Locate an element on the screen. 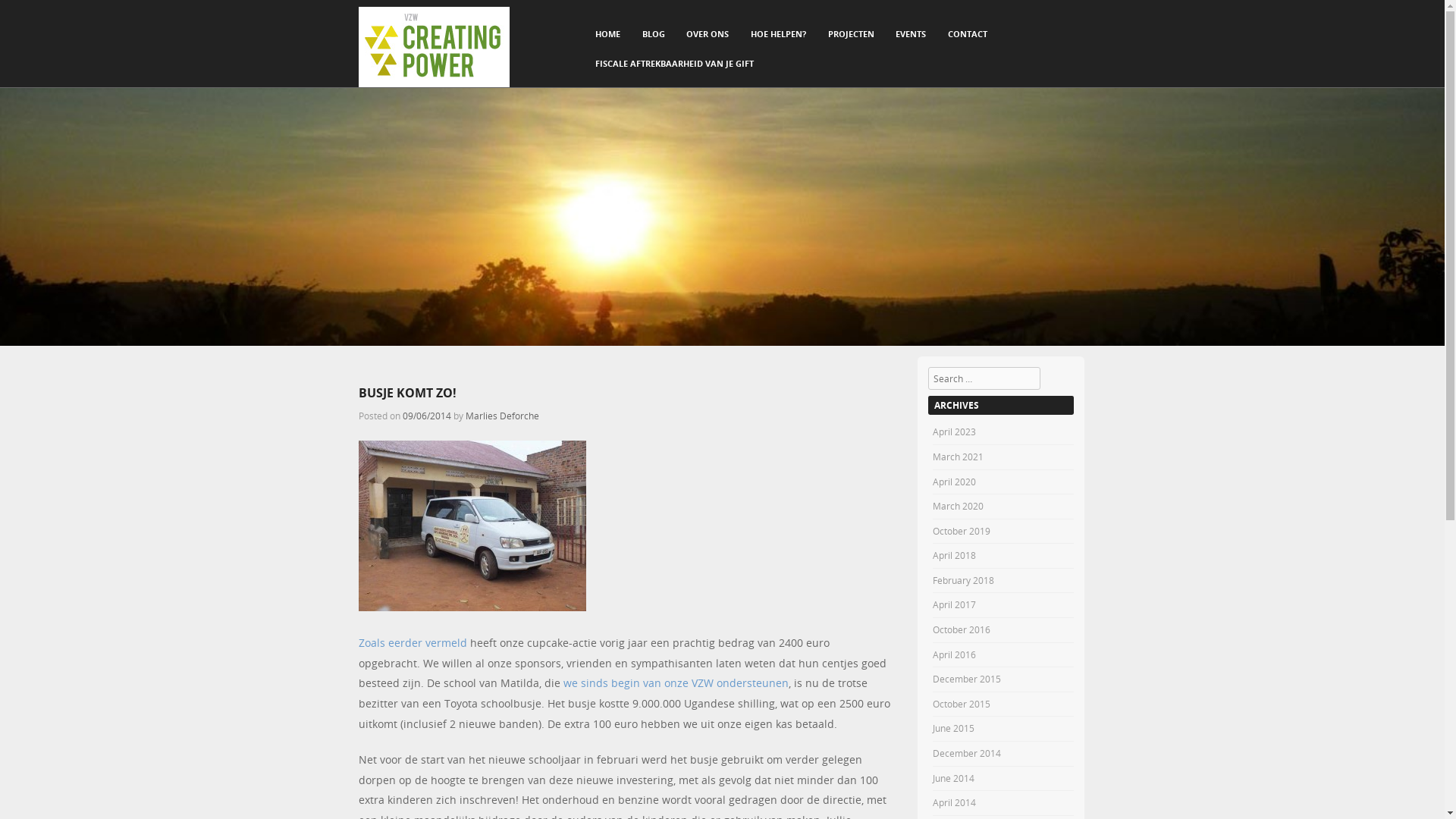  'February 2018' is located at coordinates (962, 579).